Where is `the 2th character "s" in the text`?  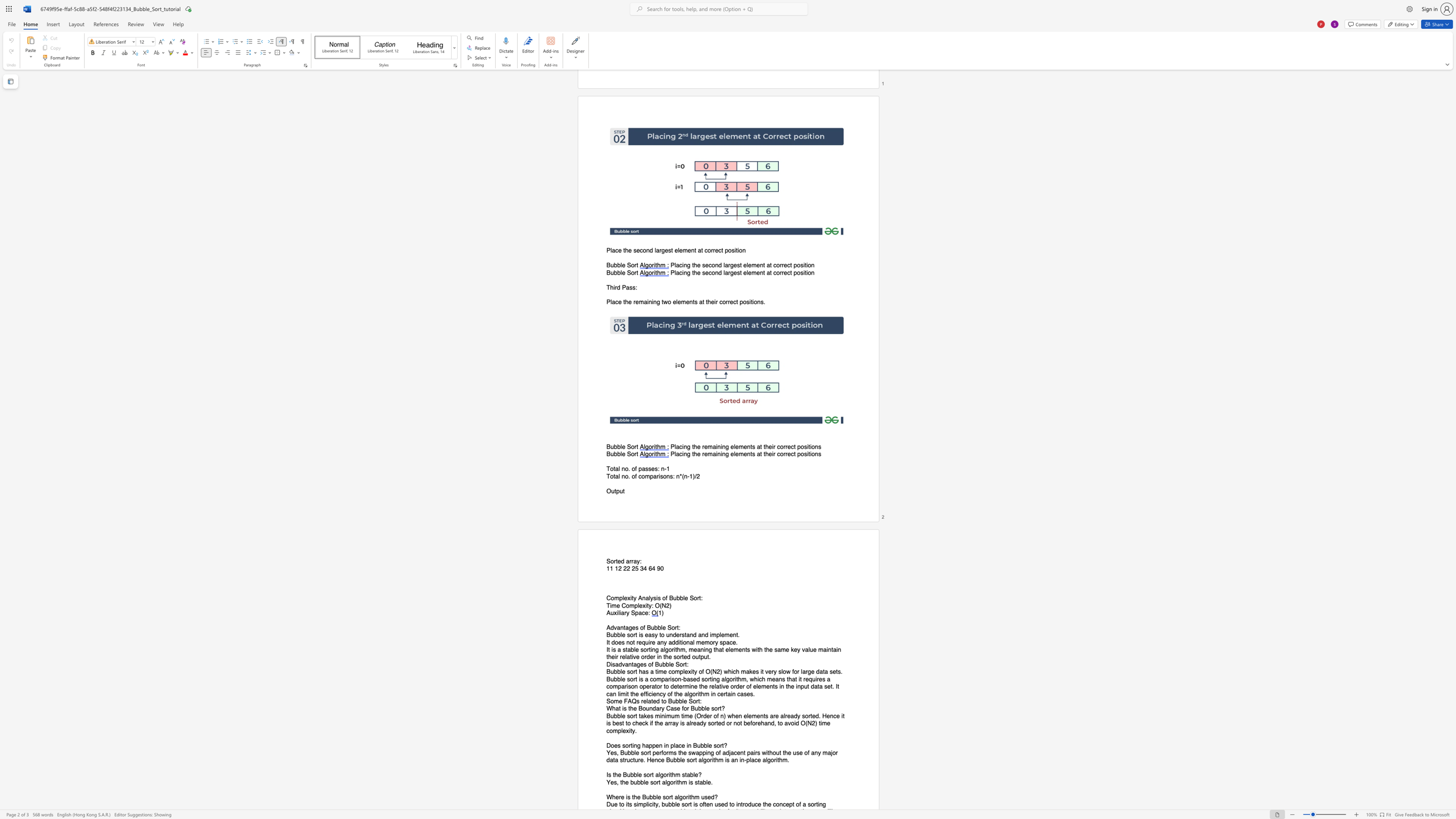 the 2th character "s" in the text is located at coordinates (671, 476).